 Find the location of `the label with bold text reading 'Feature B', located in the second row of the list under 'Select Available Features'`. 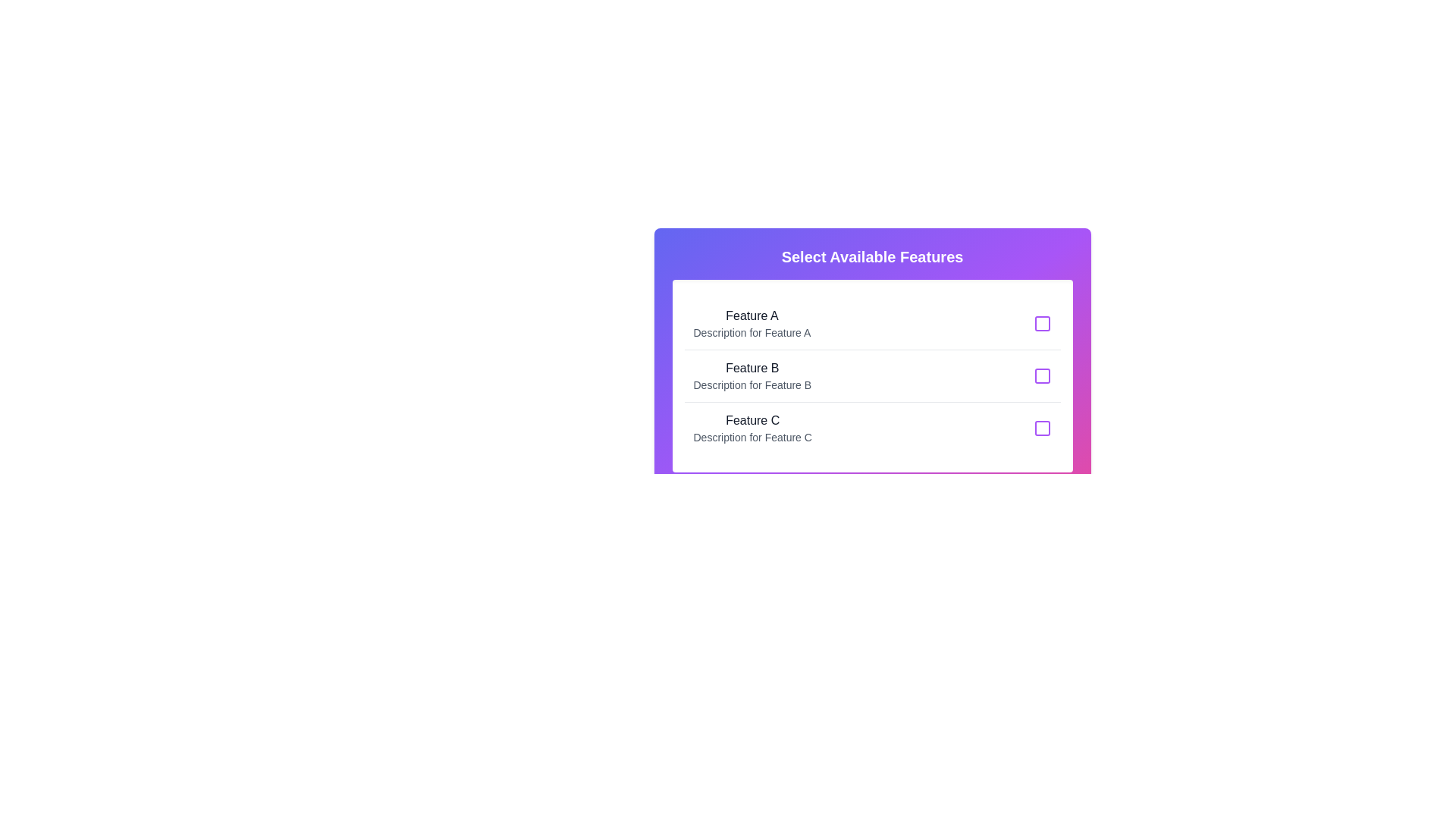

the label with bold text reading 'Feature B', located in the second row of the list under 'Select Available Features' is located at coordinates (752, 369).